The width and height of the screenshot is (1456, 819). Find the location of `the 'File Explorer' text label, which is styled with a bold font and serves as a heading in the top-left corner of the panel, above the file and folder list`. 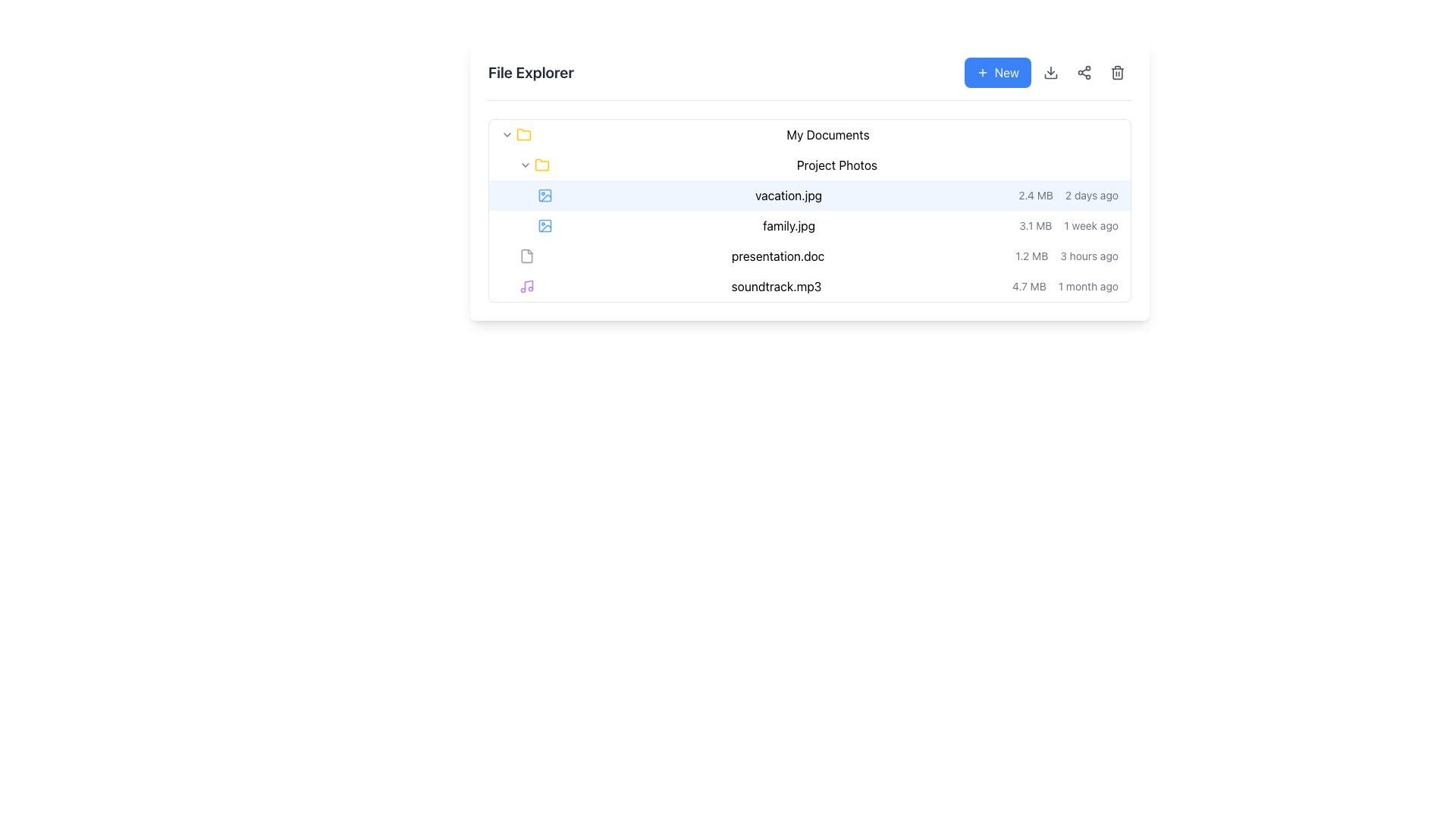

the 'File Explorer' text label, which is styled with a bold font and serves as a heading in the top-left corner of the panel, above the file and folder list is located at coordinates (531, 73).